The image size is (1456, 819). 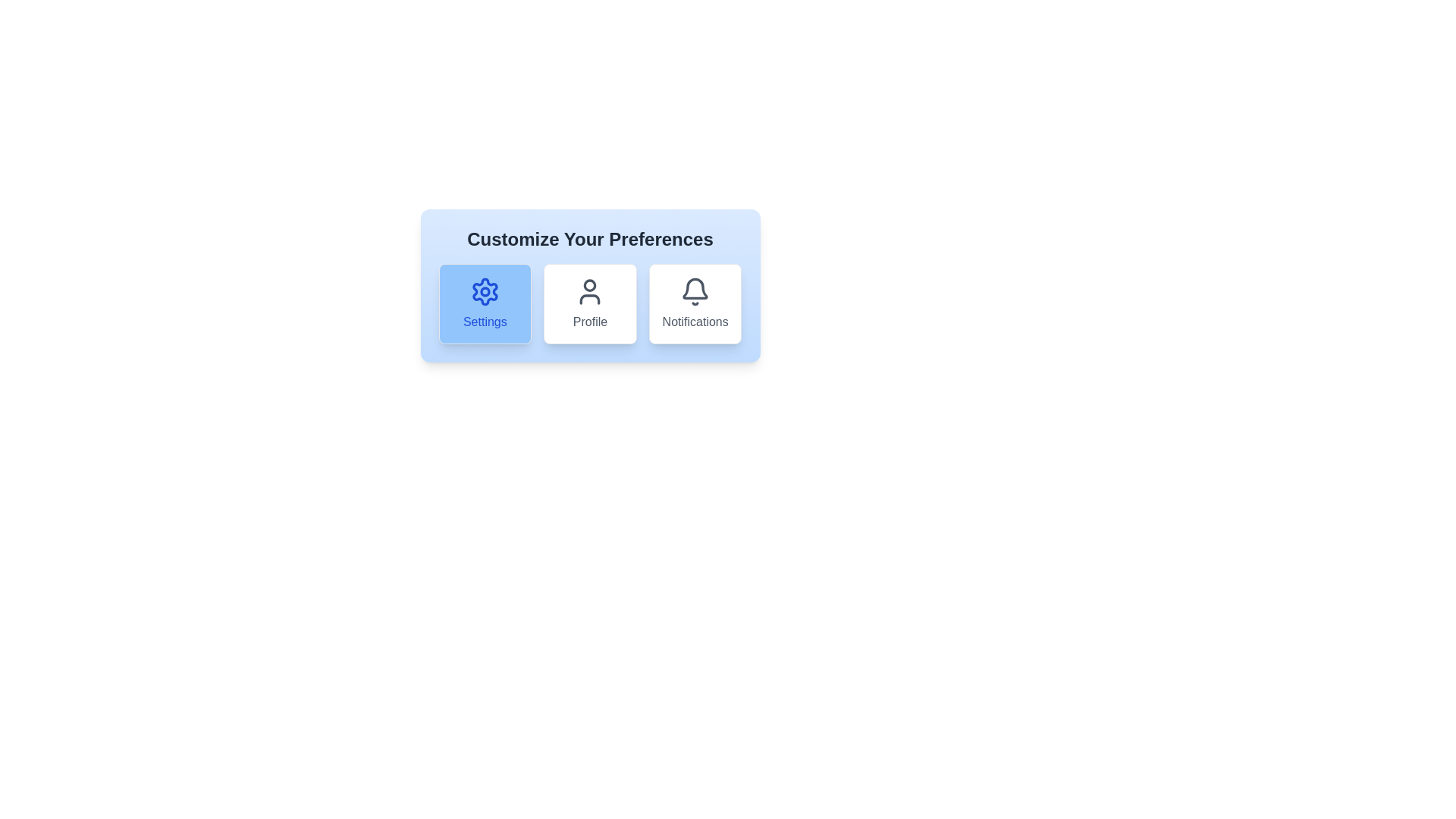 What do you see at coordinates (695, 304) in the screenshot?
I see `the third button labeled 'Notifications' in the row of buttons under 'Customize Your Preferences'` at bounding box center [695, 304].